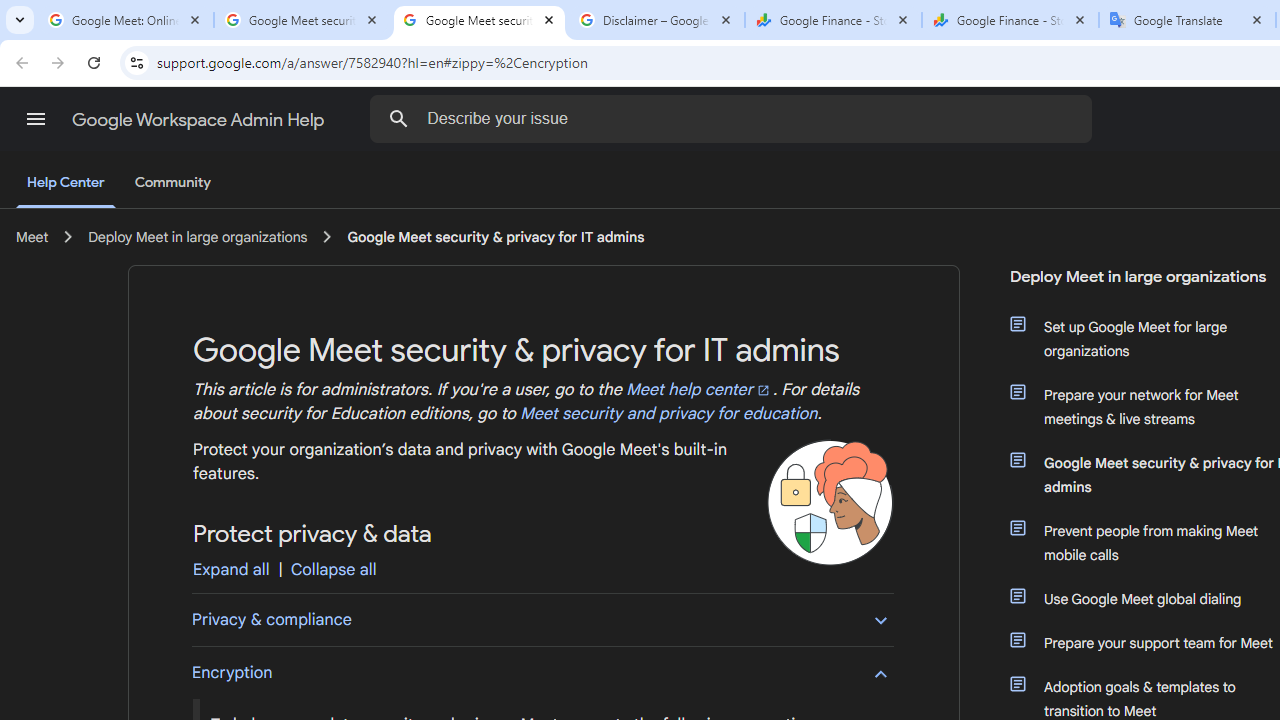  Describe the element at coordinates (172, 183) in the screenshot. I see `'Community'` at that location.